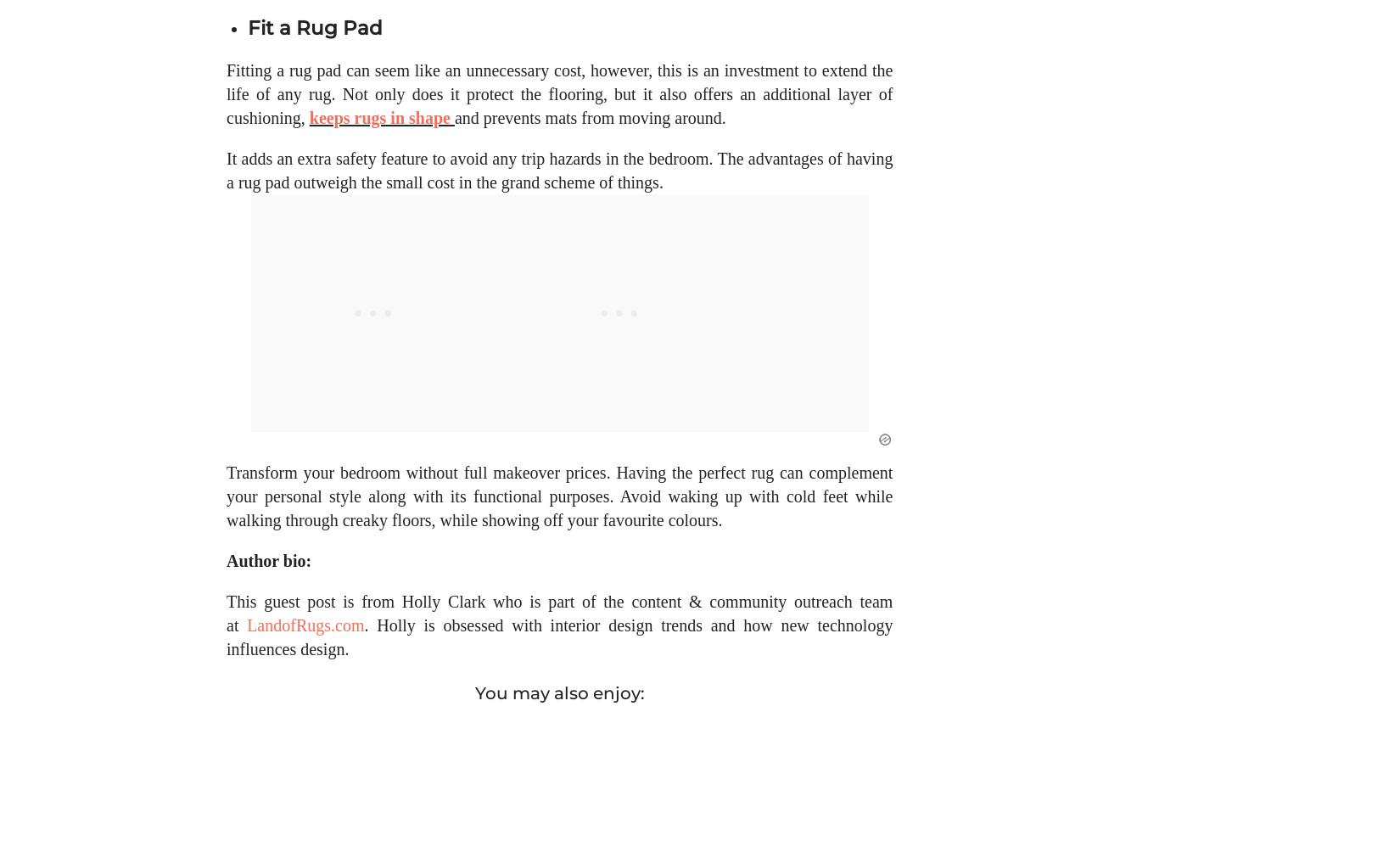 The image size is (1400, 852). Describe the element at coordinates (247, 642) in the screenshot. I see `'LandofRugs.com'` at that location.